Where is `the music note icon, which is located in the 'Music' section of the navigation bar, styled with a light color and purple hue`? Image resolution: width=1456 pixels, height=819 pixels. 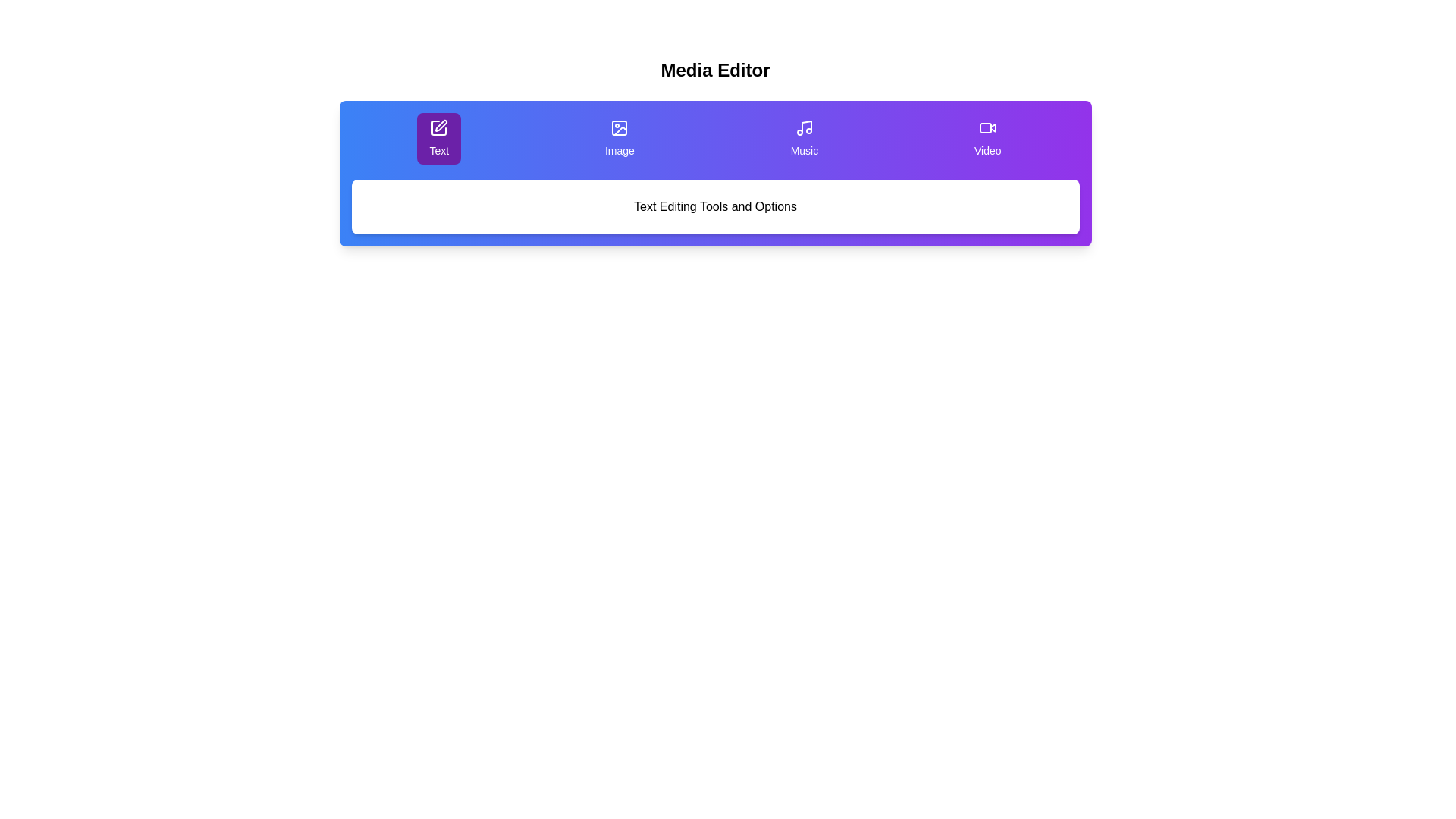 the music note icon, which is located in the 'Music' section of the navigation bar, styled with a light color and purple hue is located at coordinates (803, 127).